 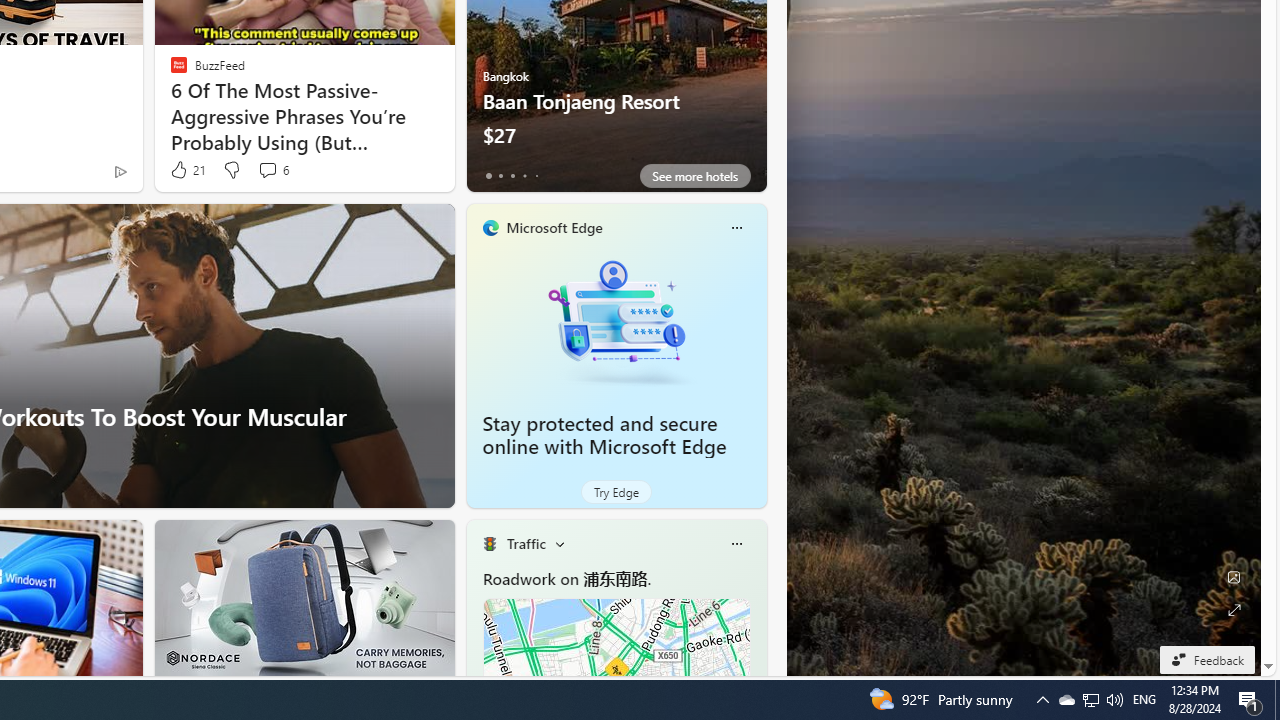 What do you see at coordinates (615, 492) in the screenshot?
I see `'Try Edge'` at bounding box center [615, 492].